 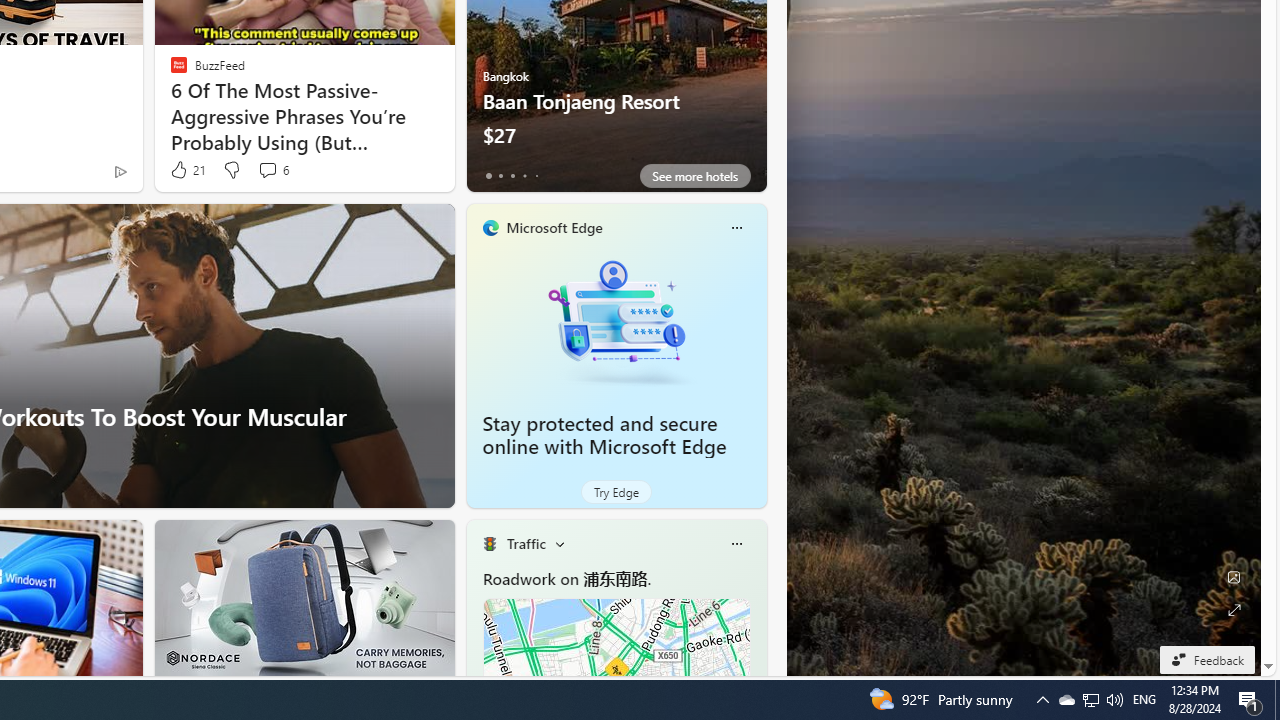 What do you see at coordinates (615, 492) in the screenshot?
I see `'Try Edge'` at bounding box center [615, 492].